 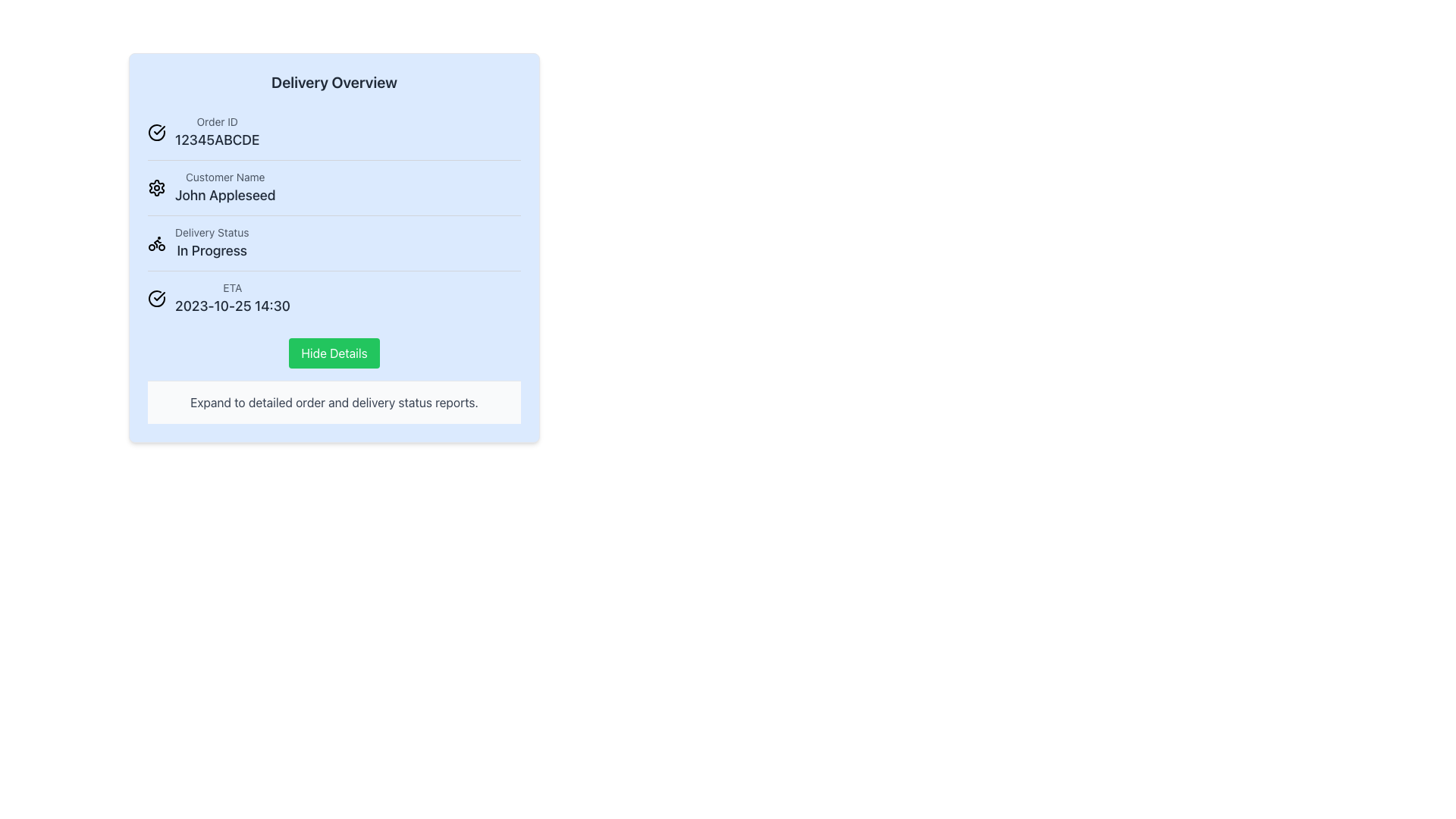 What do you see at coordinates (211, 250) in the screenshot?
I see `the delivery status text label indicating 'In Progress', located below the 'Delivery Status' text in the card interface` at bounding box center [211, 250].